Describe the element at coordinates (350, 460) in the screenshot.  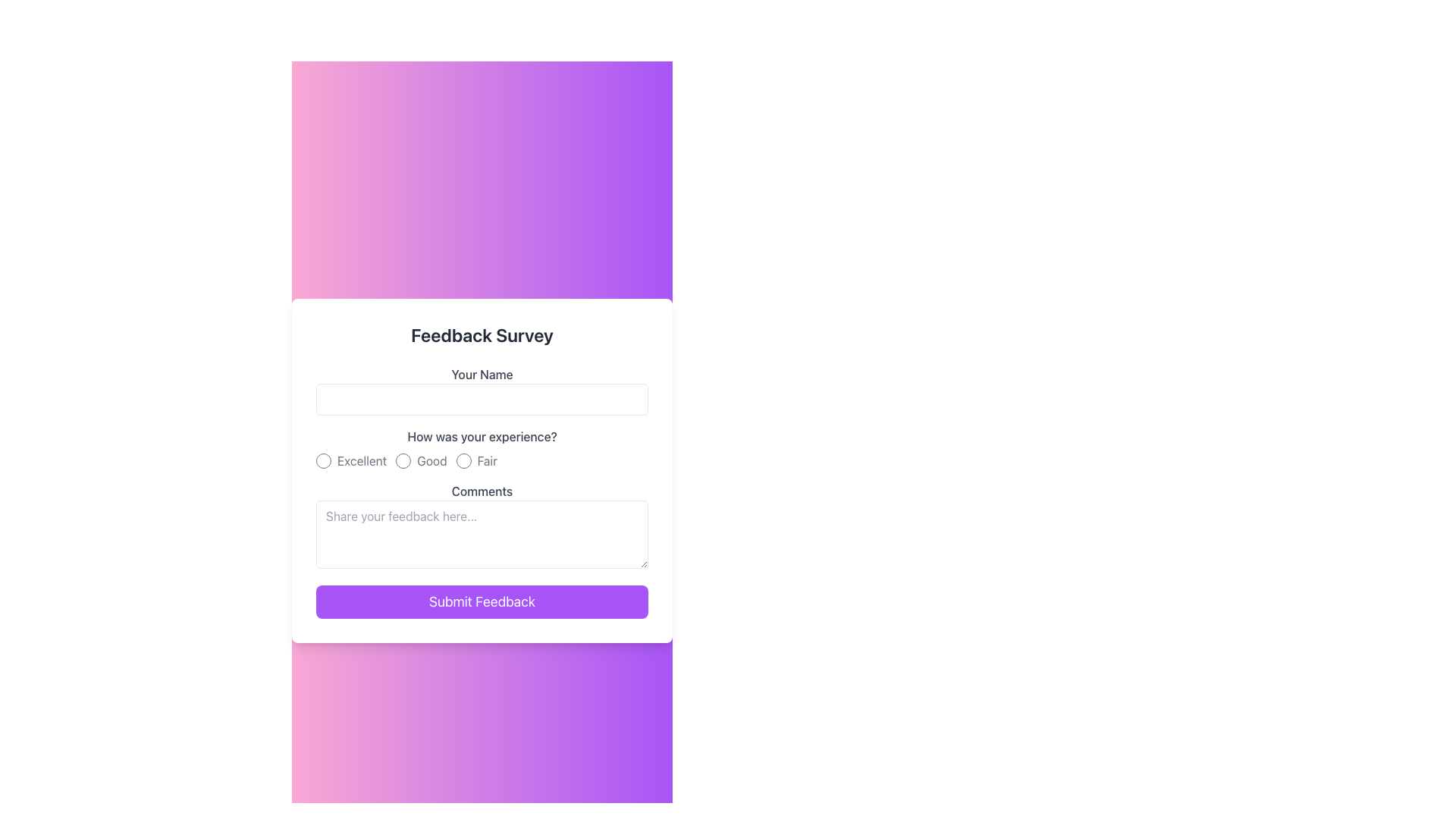
I see `the radio button` at that location.